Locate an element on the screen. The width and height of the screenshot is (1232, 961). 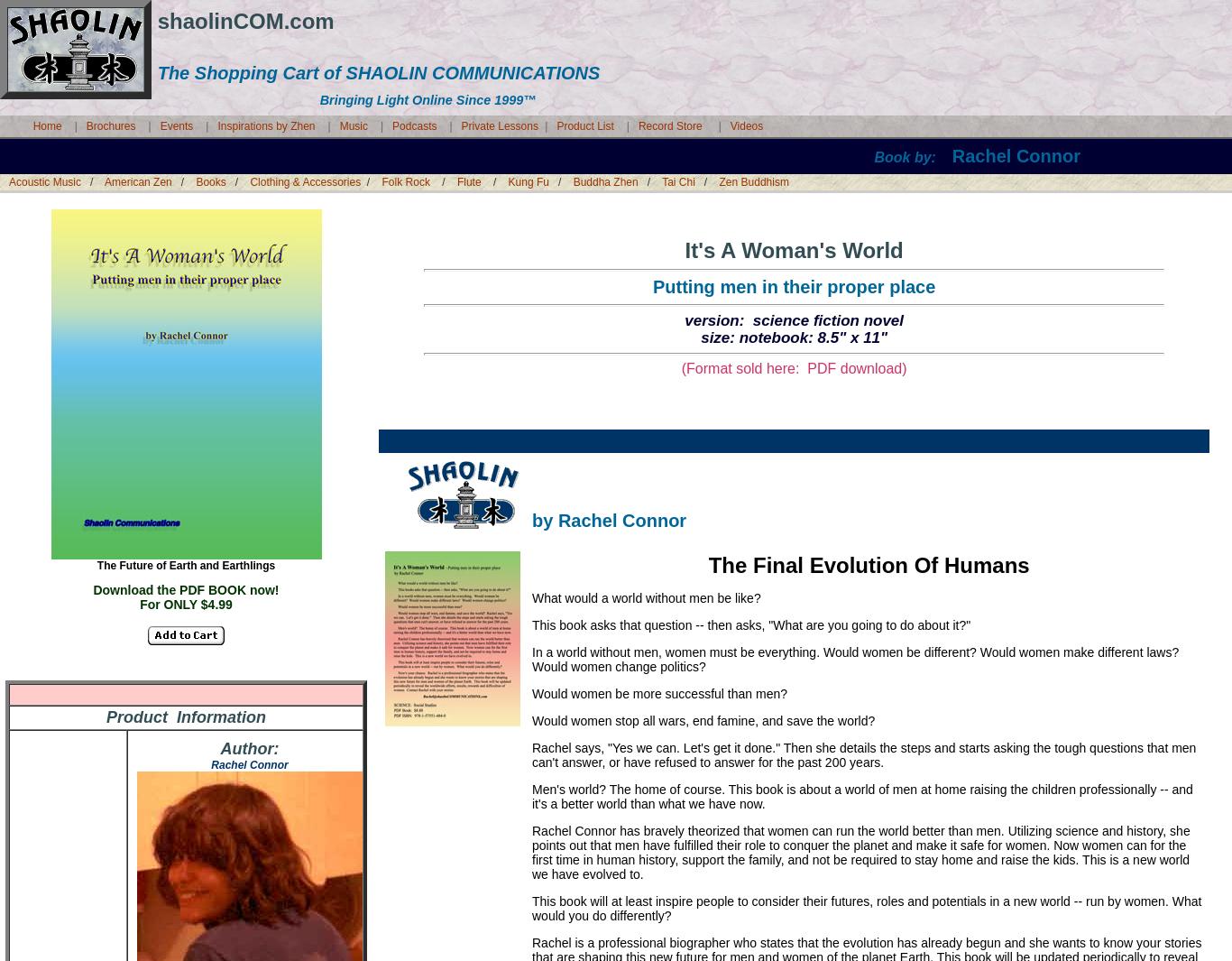
'Tai Chi' is located at coordinates (677, 181).